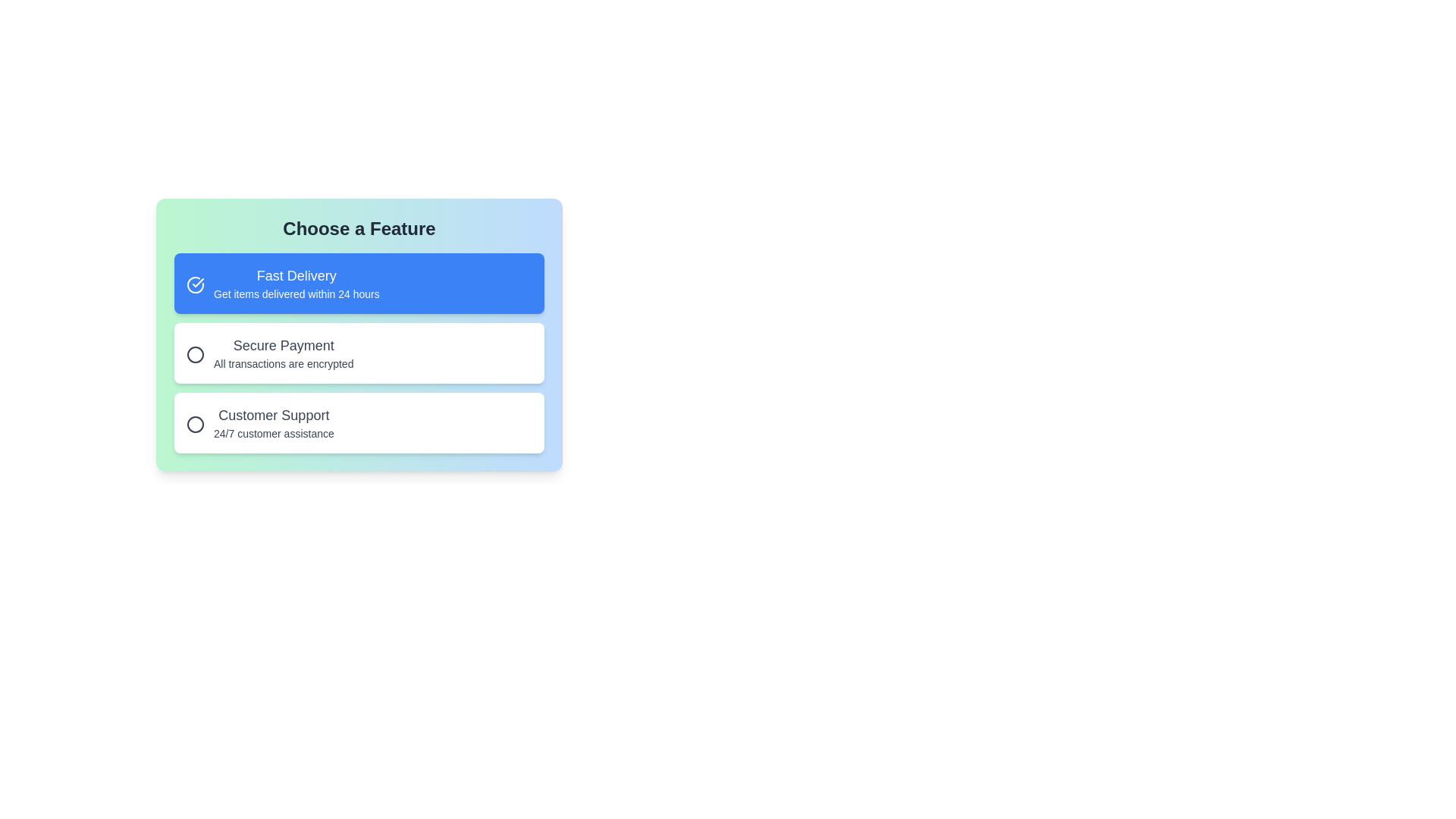 The image size is (1456, 819). What do you see at coordinates (284, 363) in the screenshot?
I see `the static text label that displays 'All transactions are encrypted', which is positioned below the 'Secure Payment' title and above the 'Customer Support' option` at bounding box center [284, 363].